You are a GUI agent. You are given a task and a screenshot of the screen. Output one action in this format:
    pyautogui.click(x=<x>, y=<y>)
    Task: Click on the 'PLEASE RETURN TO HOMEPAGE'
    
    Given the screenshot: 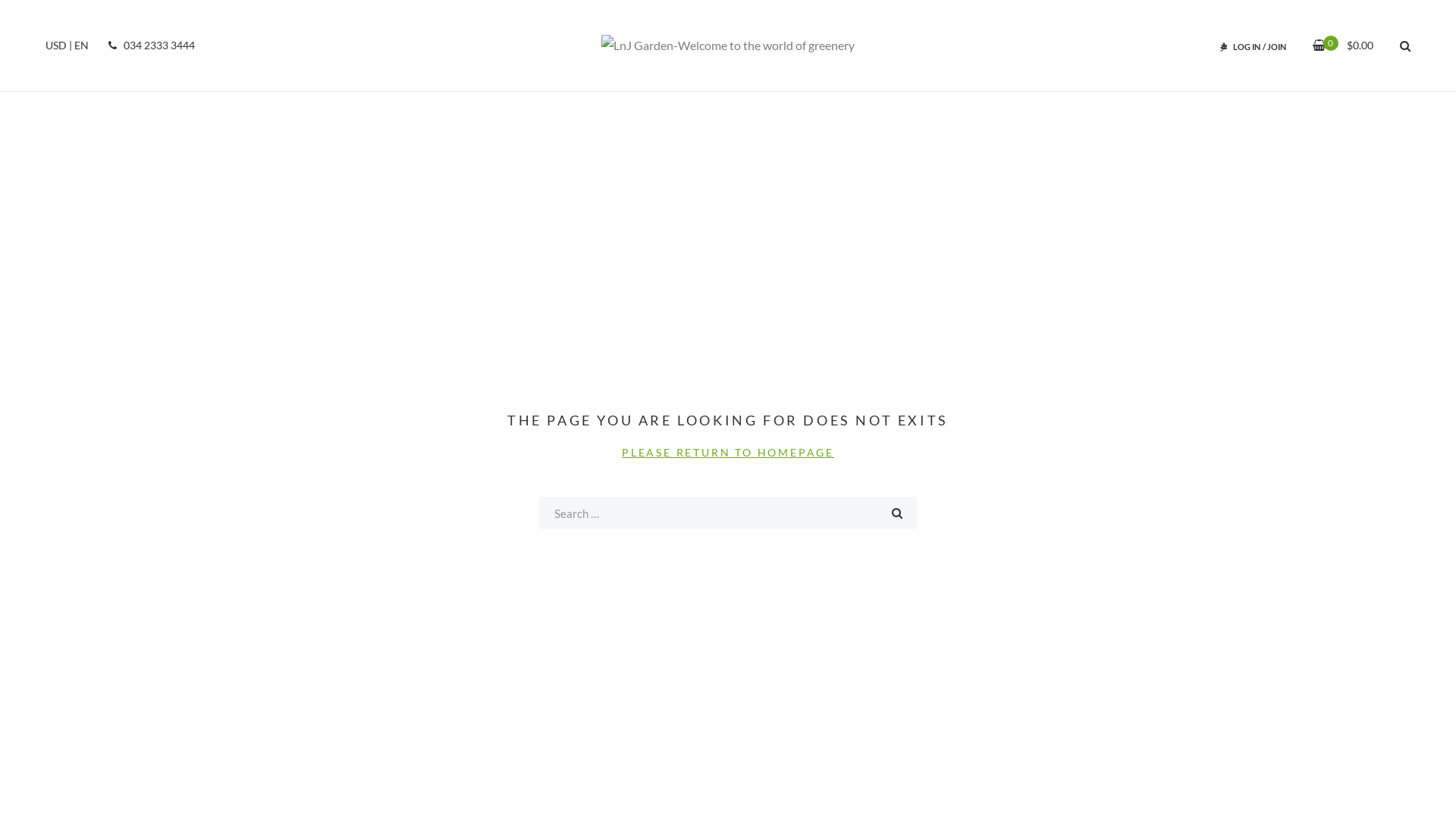 What is the action you would take?
    pyautogui.click(x=728, y=451)
    